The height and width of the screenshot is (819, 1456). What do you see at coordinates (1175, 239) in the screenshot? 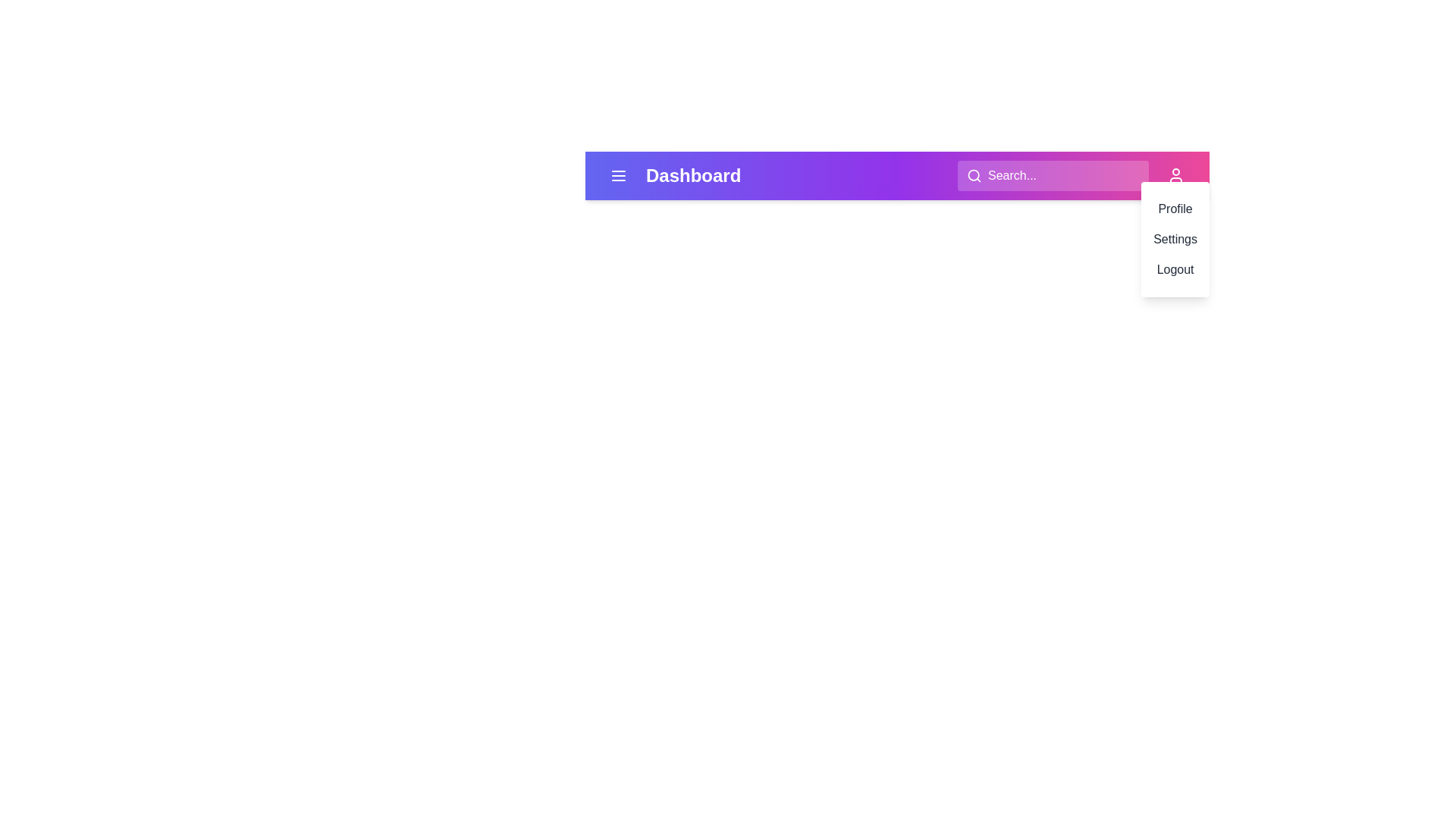
I see `the 'Settings' menu item` at bounding box center [1175, 239].